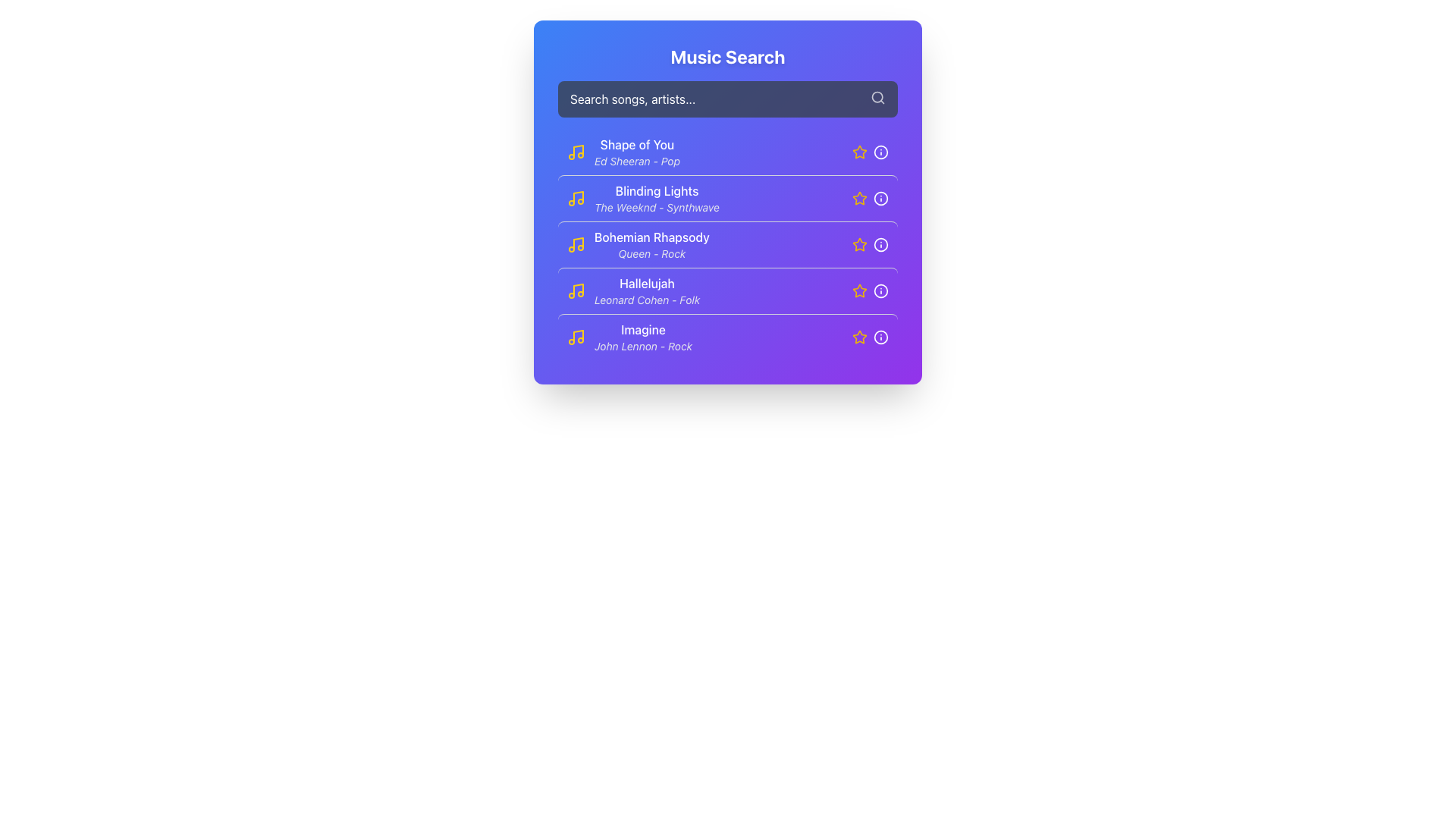  What do you see at coordinates (657, 198) in the screenshot?
I see `the list item displaying the song title 'Blinding Lights' by 'The Weeknd - Synthwave'` at bounding box center [657, 198].